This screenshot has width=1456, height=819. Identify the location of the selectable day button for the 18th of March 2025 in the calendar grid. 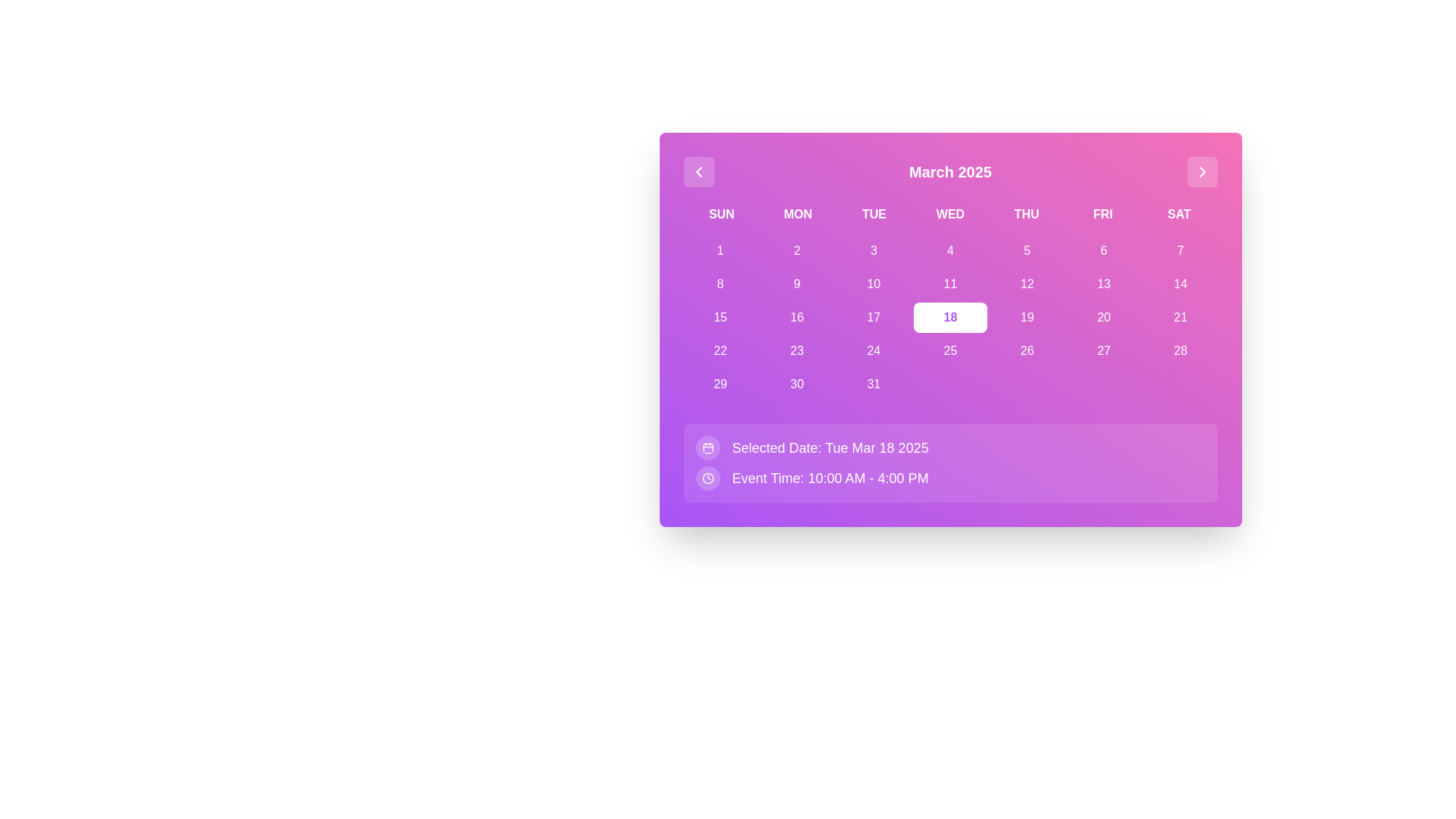
(949, 317).